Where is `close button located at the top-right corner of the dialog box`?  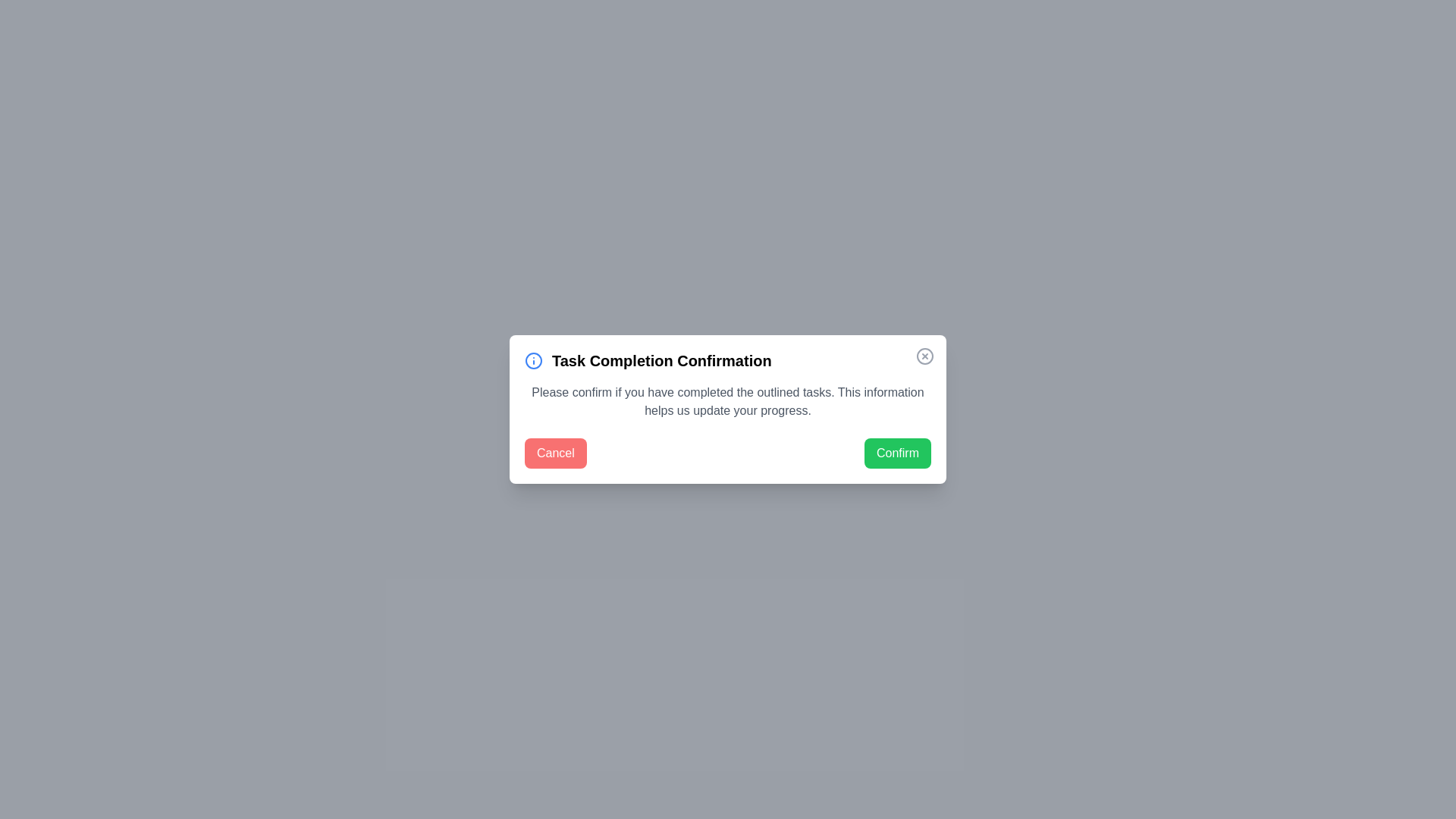
close button located at the top-right corner of the dialog box is located at coordinates (924, 356).